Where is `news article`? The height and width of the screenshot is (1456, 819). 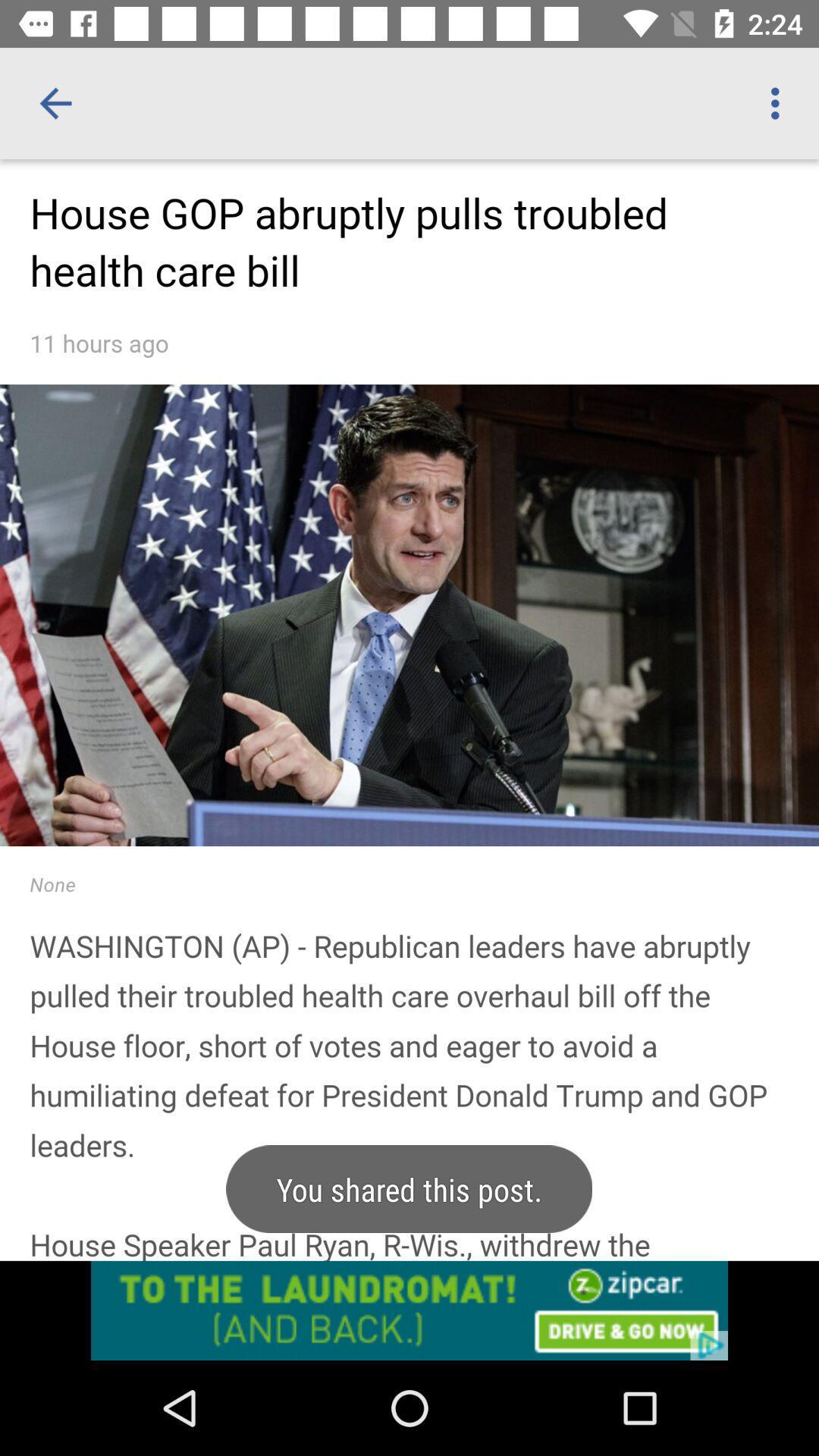
news article is located at coordinates (409, 760).